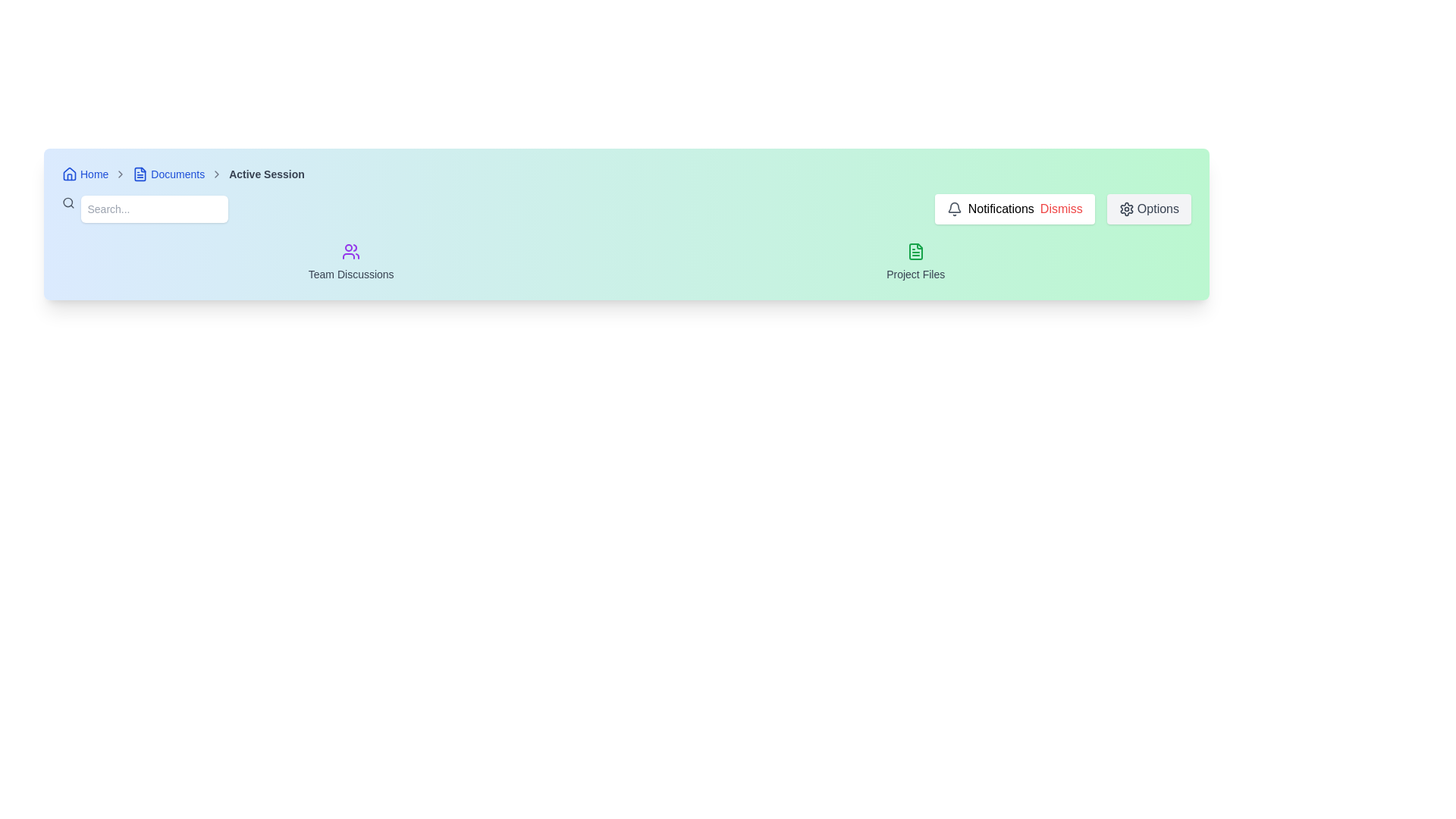 The height and width of the screenshot is (819, 1456). I want to click on the 'Options' button, which is a rectangular button with rounded corners, featuring a gear icon and dark gray text, located at the rightmost end of a row of grouped buttons, so click(1149, 209).